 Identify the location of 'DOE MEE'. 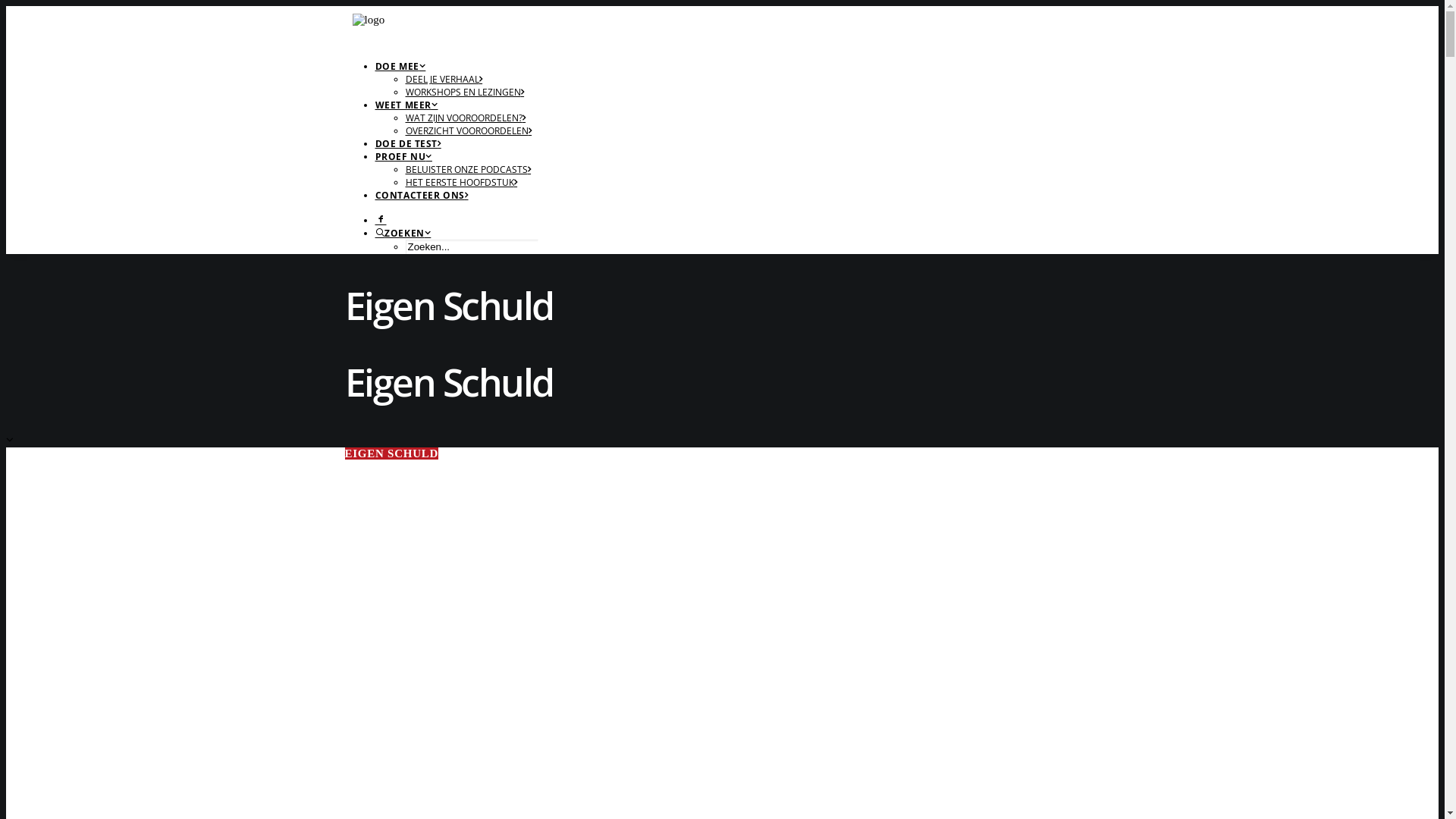
(375, 65).